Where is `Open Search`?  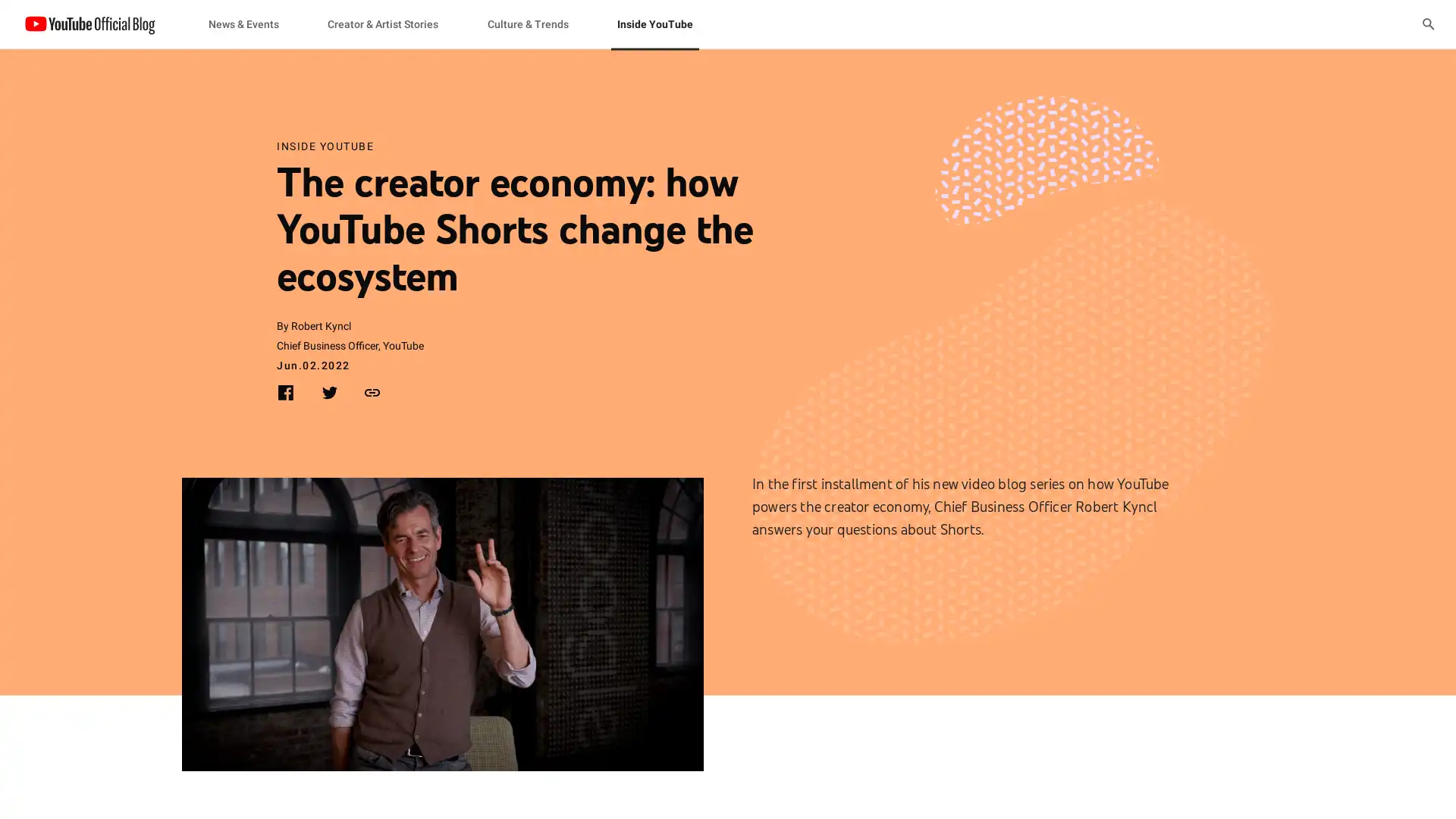 Open Search is located at coordinates (1427, 24).